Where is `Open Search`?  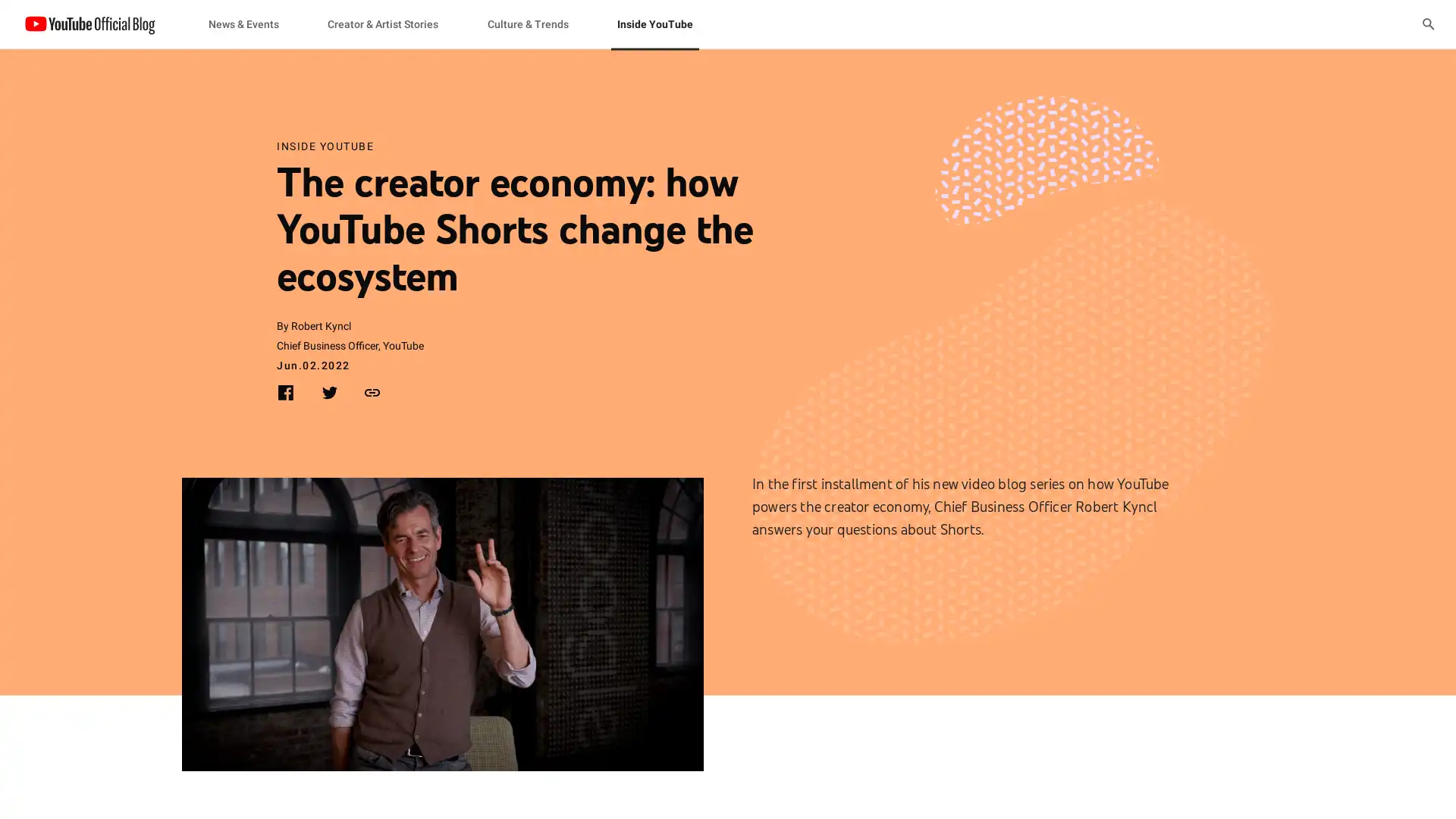 Open Search is located at coordinates (1427, 24).